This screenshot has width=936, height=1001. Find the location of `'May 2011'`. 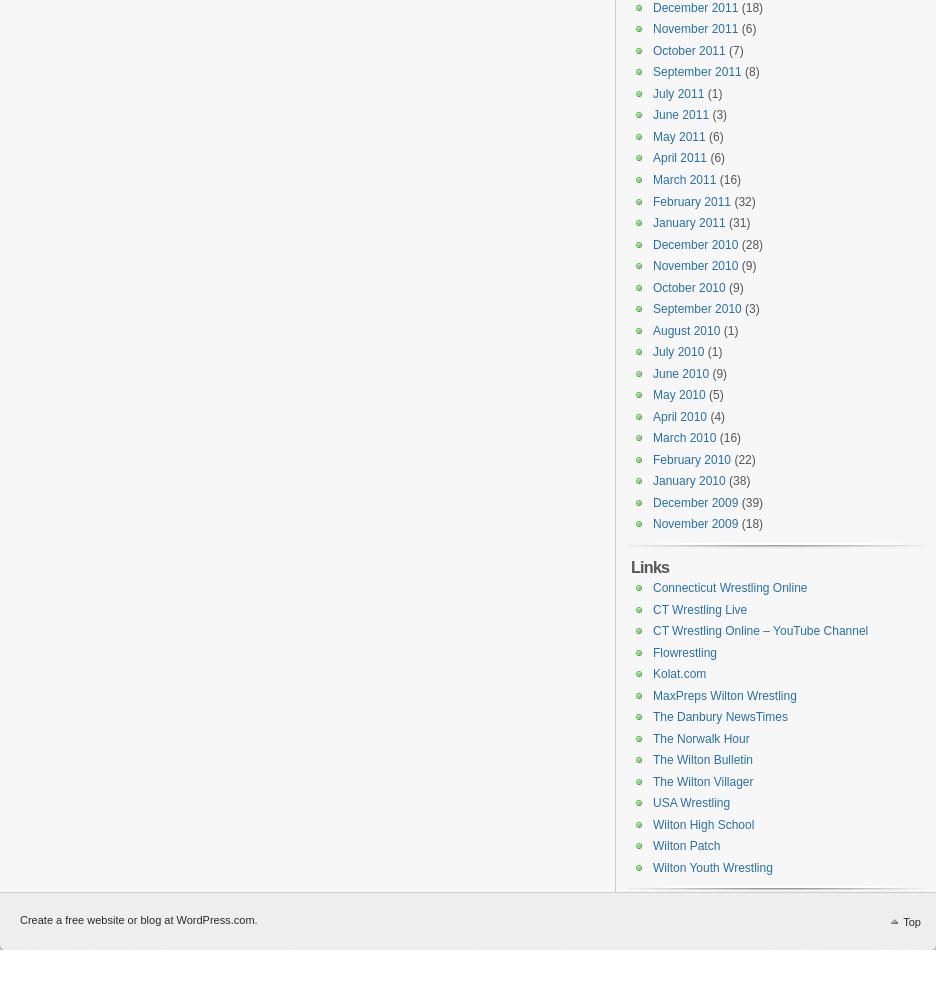

'May 2011' is located at coordinates (678, 135).